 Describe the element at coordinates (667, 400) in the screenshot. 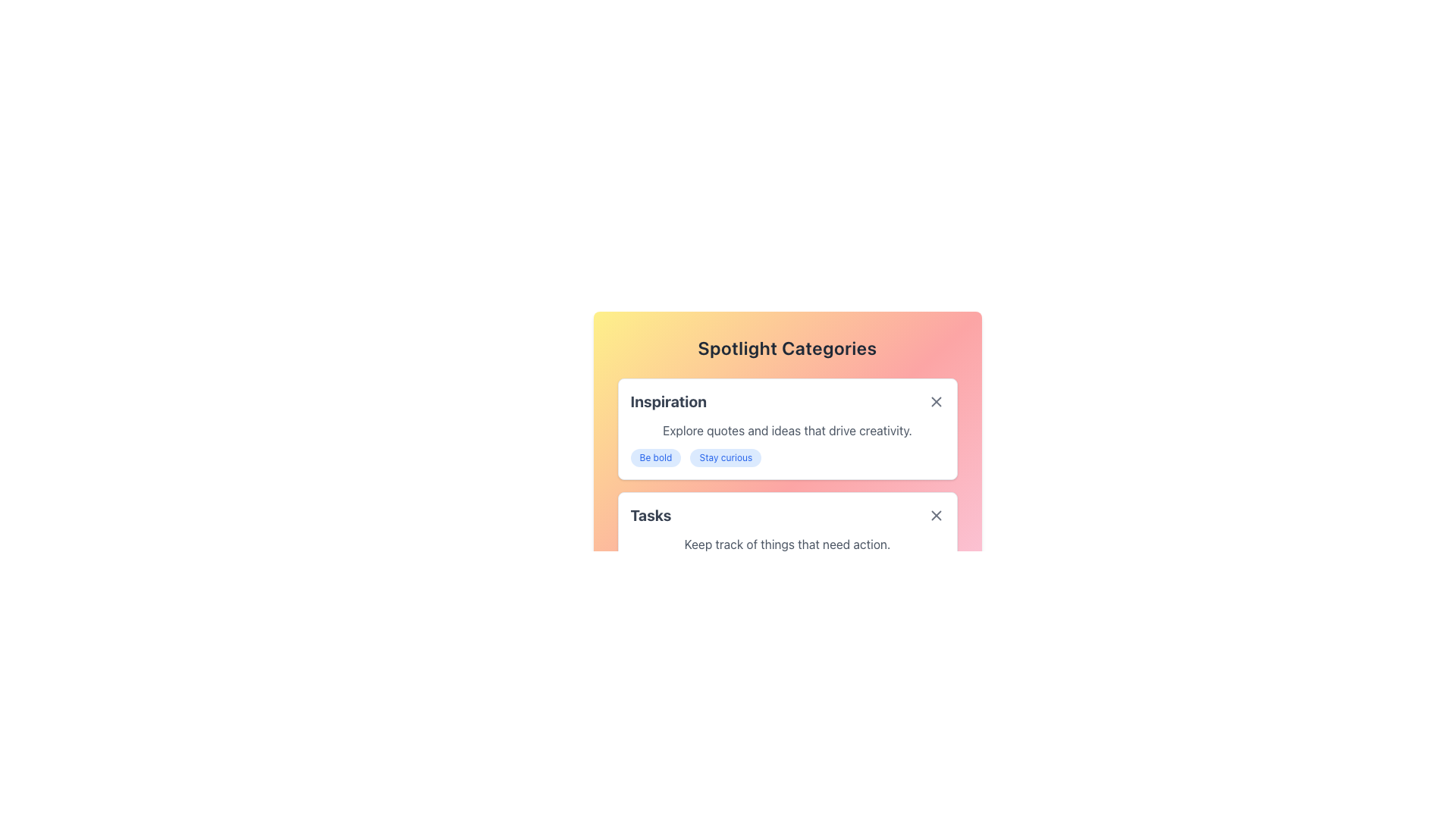

I see `the text label displaying 'Inspiration' in bold and extra-large gray font, located near the top-left corner of the card labeled 'Spotlight Categories'` at that location.